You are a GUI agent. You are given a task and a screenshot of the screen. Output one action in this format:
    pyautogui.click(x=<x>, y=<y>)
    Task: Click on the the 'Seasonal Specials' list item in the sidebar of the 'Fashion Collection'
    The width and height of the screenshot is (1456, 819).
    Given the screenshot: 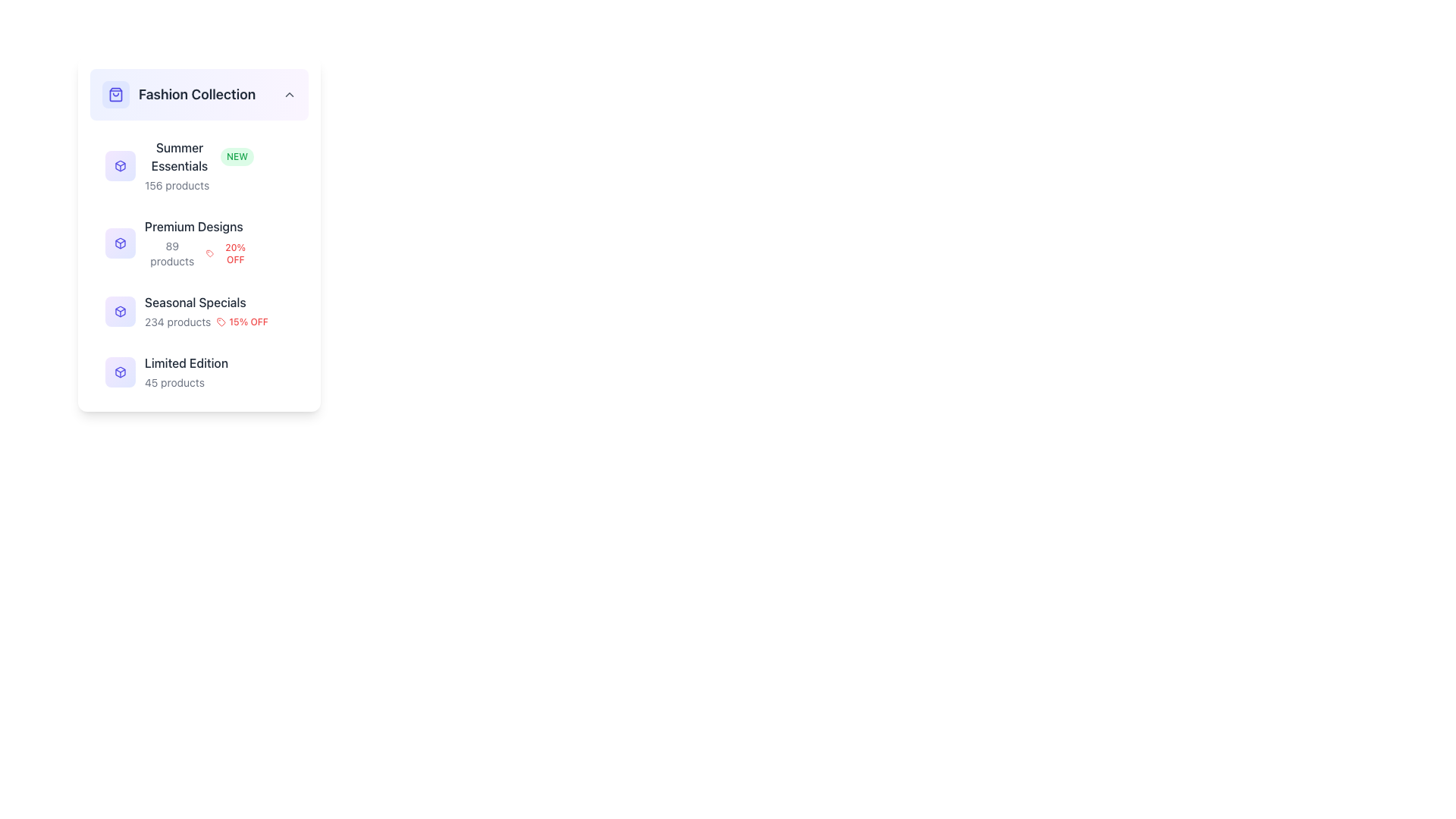 What is the action you would take?
    pyautogui.click(x=211, y=311)
    